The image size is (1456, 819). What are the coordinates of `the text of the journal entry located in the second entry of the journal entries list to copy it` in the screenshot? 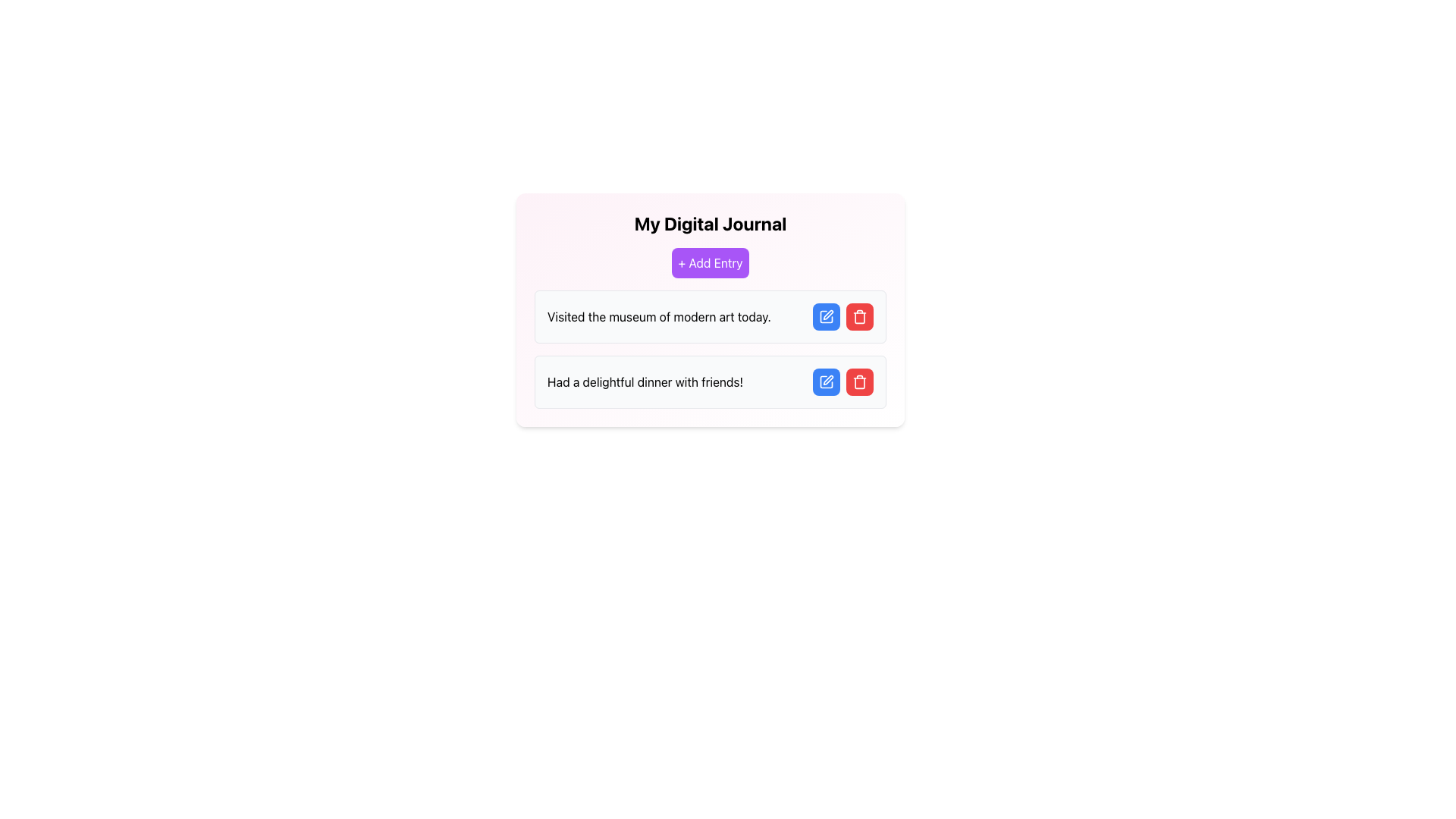 It's located at (645, 381).